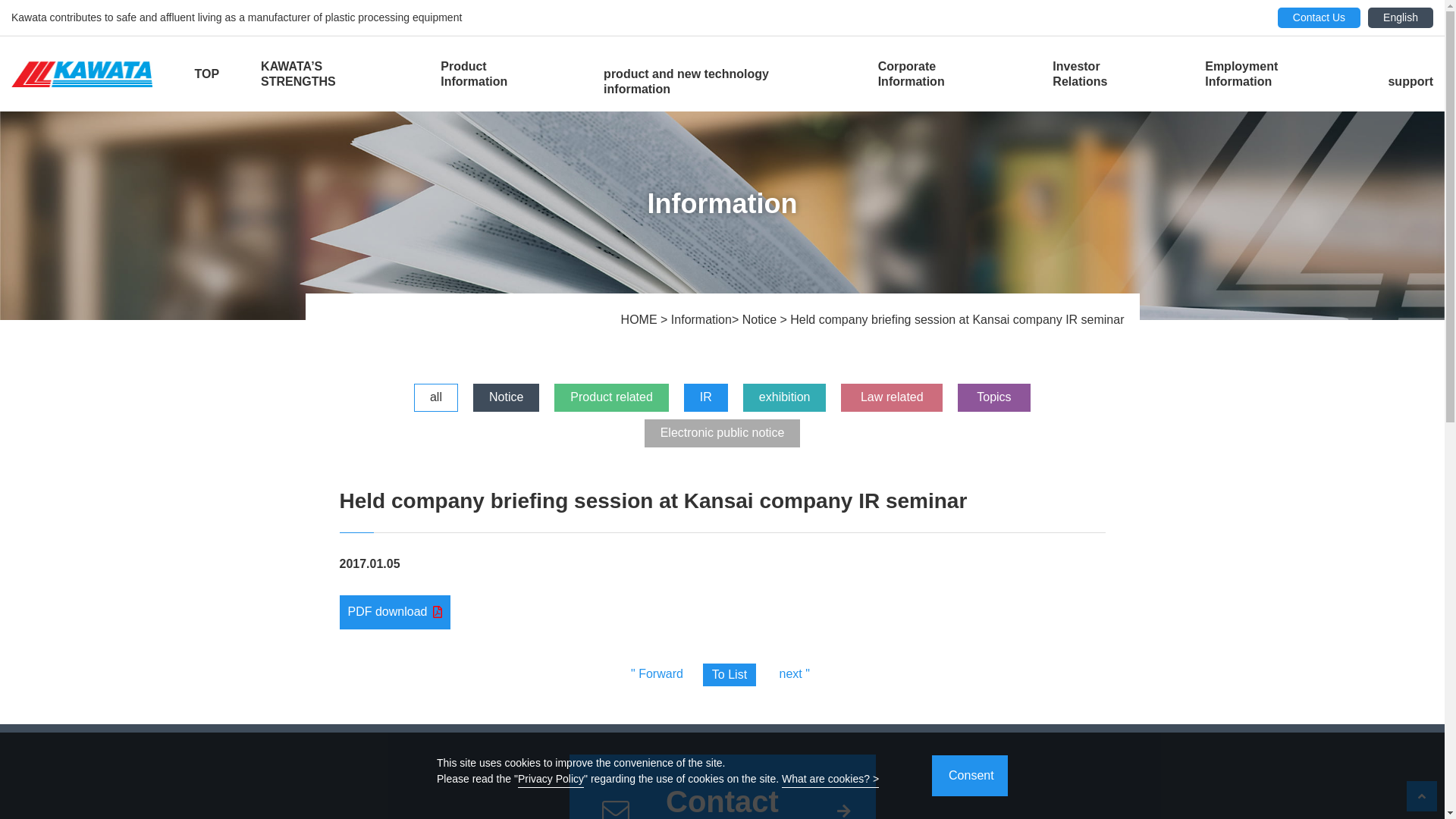  What do you see at coordinates (892, 397) in the screenshot?
I see `' Law related '` at bounding box center [892, 397].